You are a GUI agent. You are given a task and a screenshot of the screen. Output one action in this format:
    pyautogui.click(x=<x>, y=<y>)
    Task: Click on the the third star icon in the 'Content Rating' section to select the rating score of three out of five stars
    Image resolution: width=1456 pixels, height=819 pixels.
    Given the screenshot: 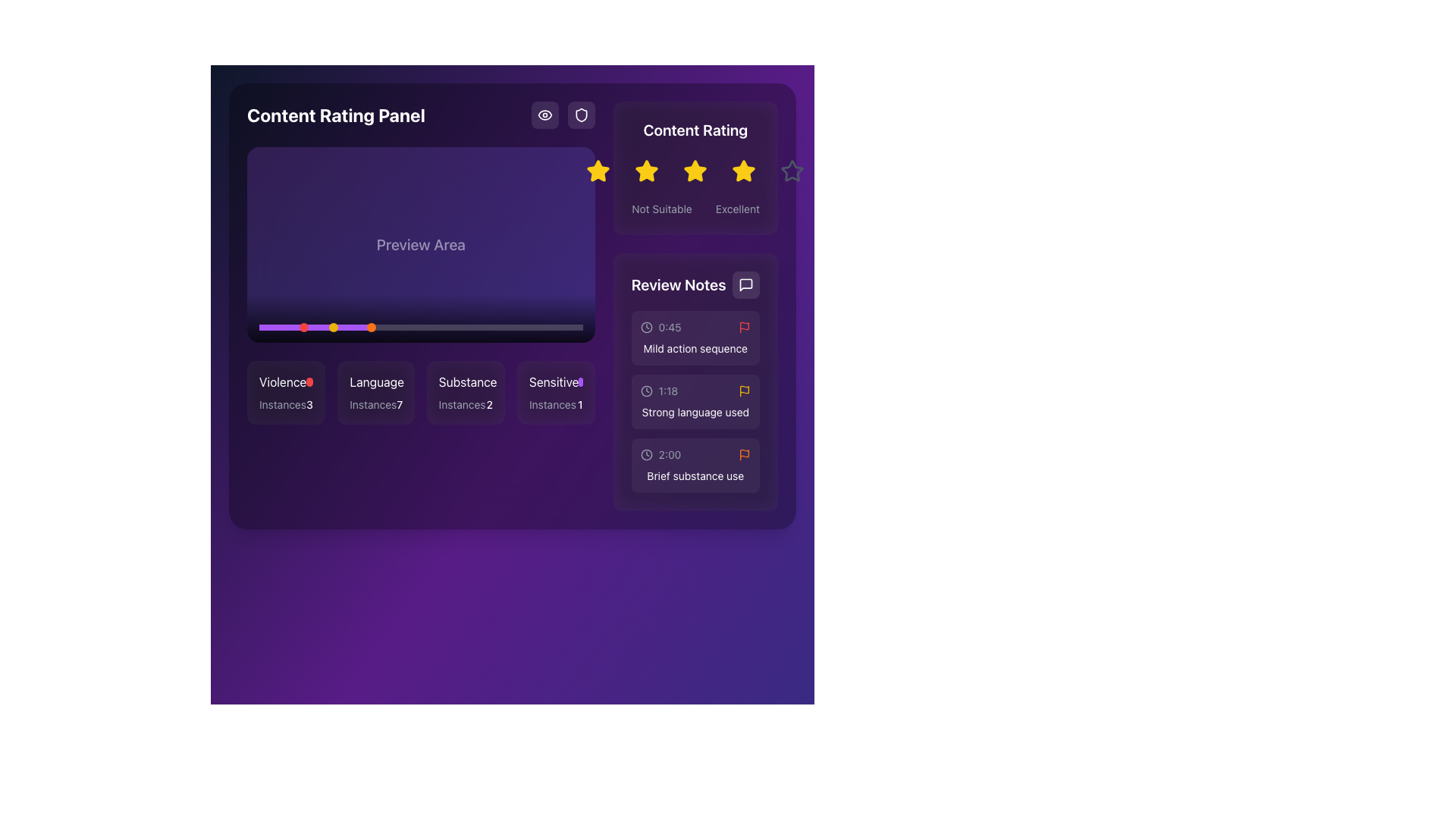 What is the action you would take?
    pyautogui.click(x=695, y=171)
    